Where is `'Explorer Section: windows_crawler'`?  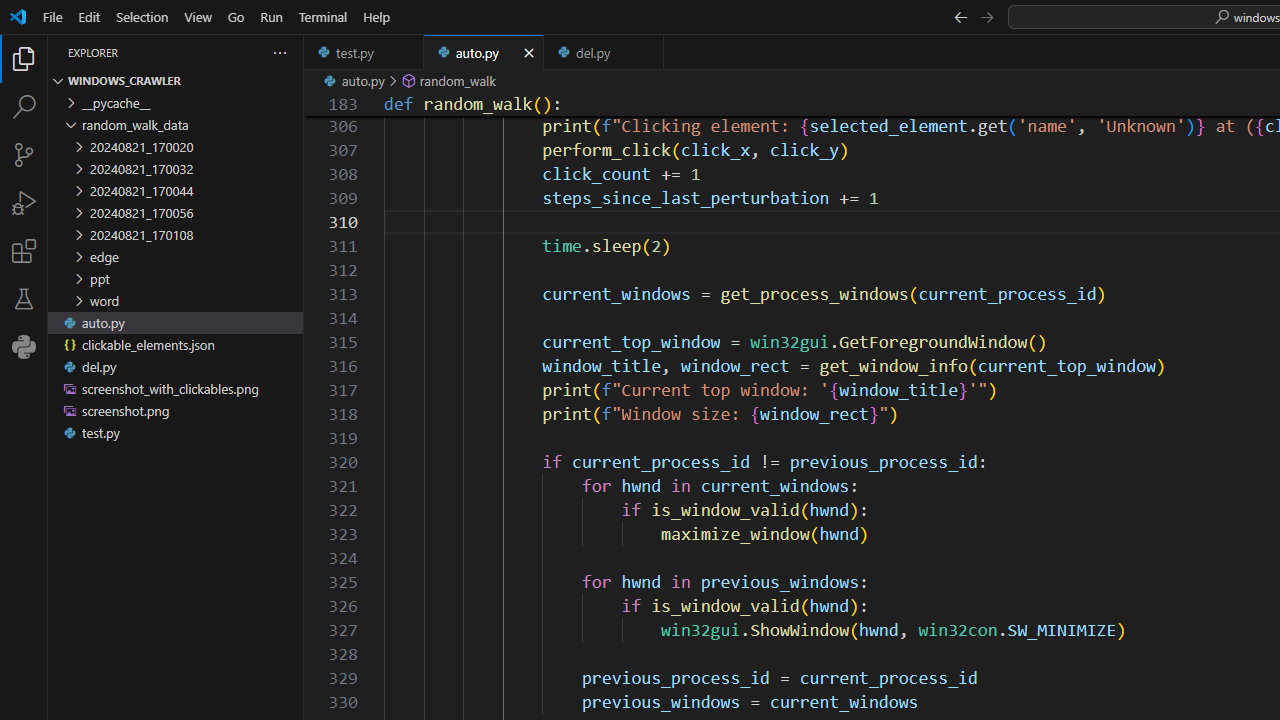
'Explorer Section: windows_crawler' is located at coordinates (176, 80).